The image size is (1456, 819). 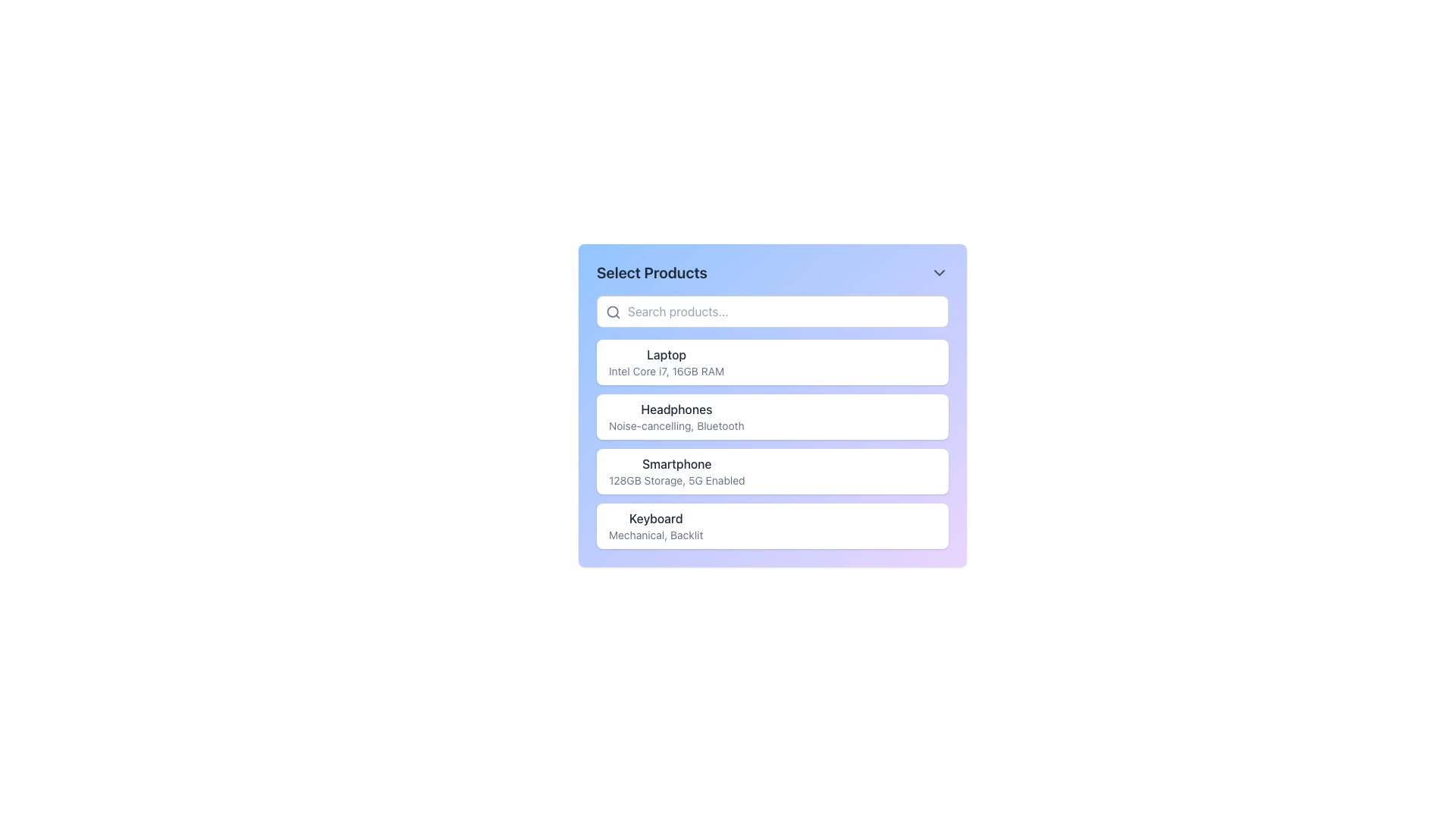 I want to click on the text label providing additional specifications related to the 'Keyboard' product, positioned below the 'Keyboard' title, so click(x=656, y=534).